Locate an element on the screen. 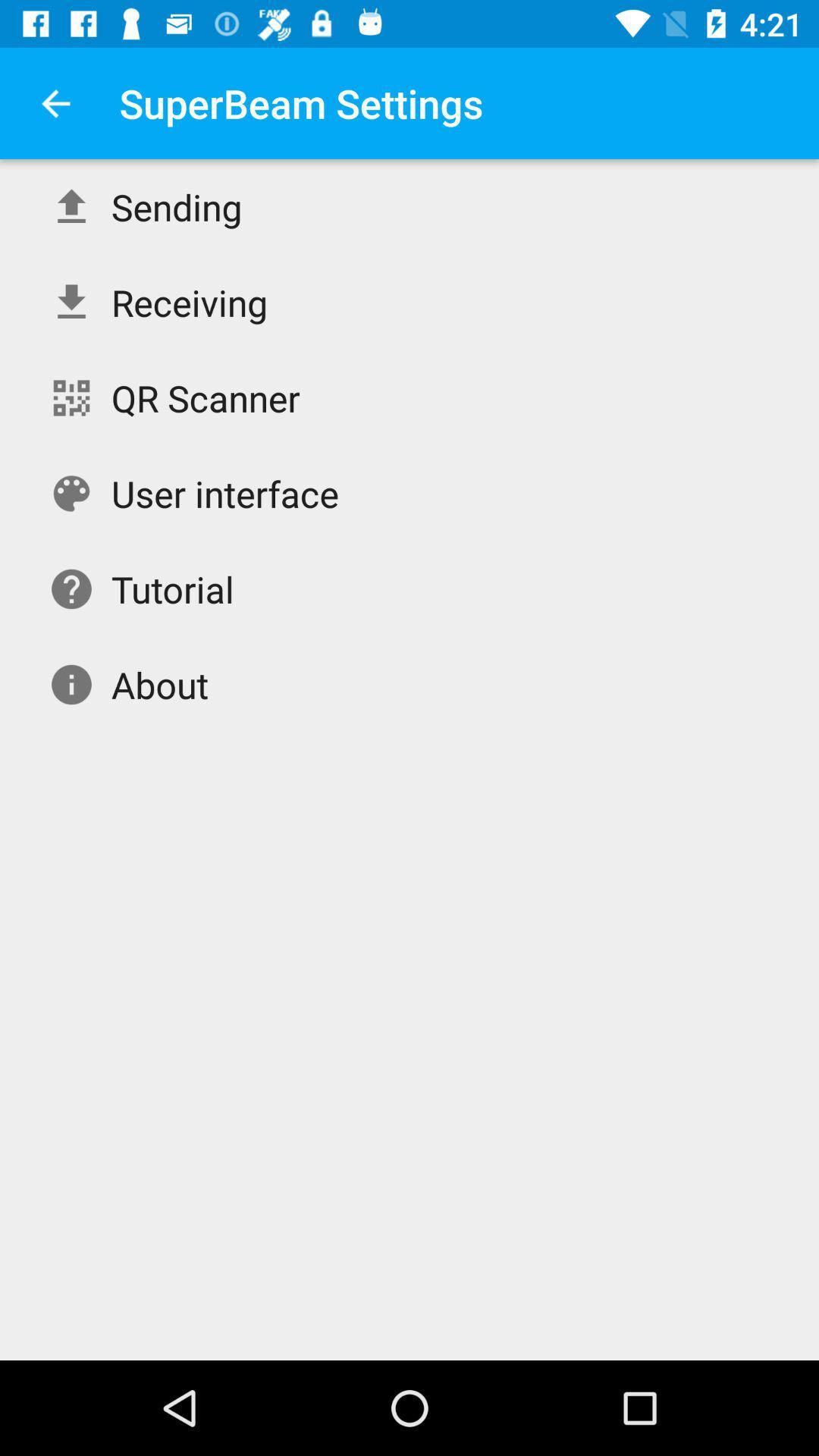 The height and width of the screenshot is (1456, 819). the receiving is located at coordinates (189, 302).